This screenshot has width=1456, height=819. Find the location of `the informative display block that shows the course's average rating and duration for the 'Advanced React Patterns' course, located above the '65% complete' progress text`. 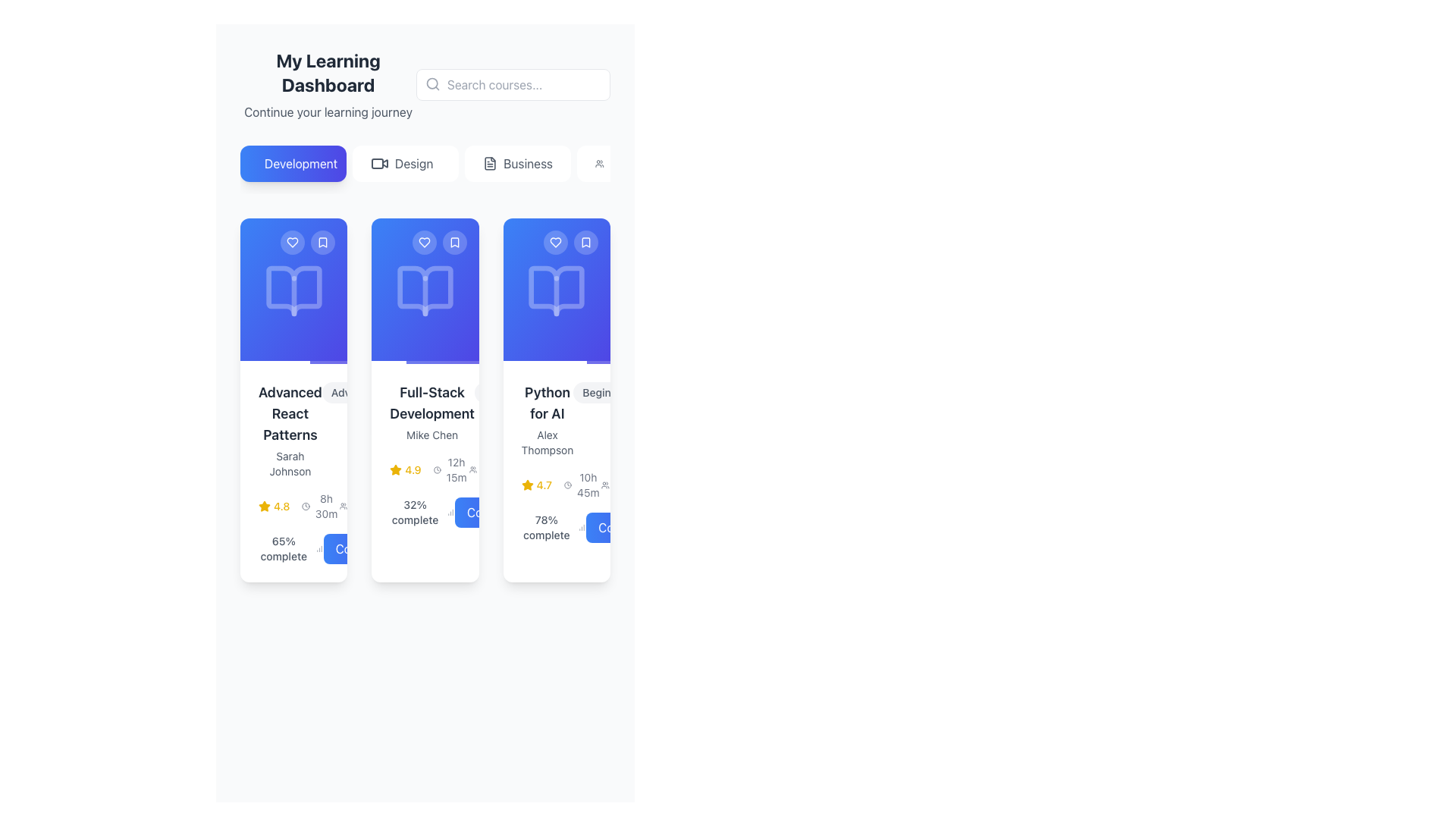

the informative display block that shows the course's average rating and duration for the 'Advanced React Patterns' course, located above the '65% complete' progress text is located at coordinates (293, 506).